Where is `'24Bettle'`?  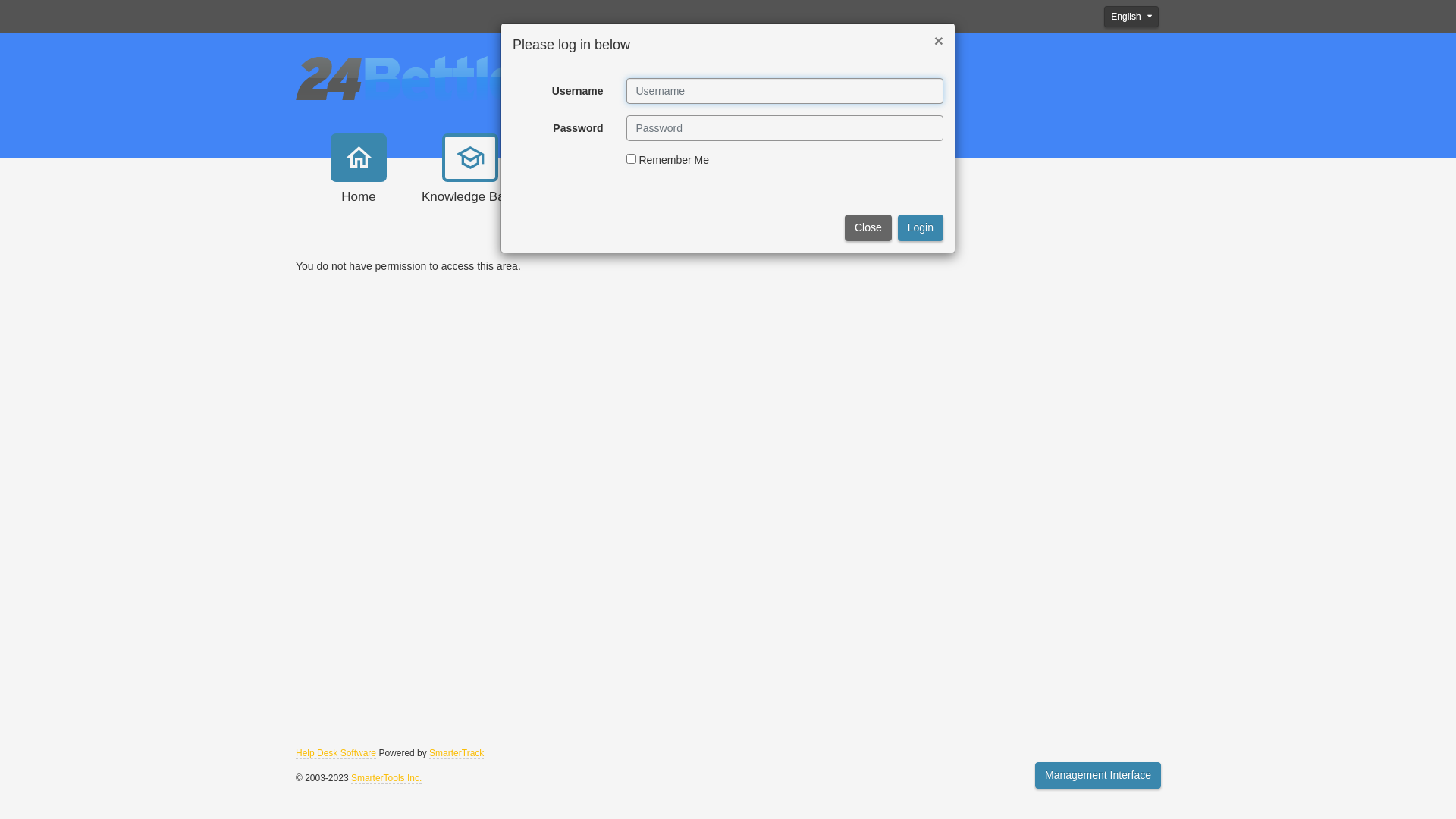
'24Bettle' is located at coordinates (406, 76).